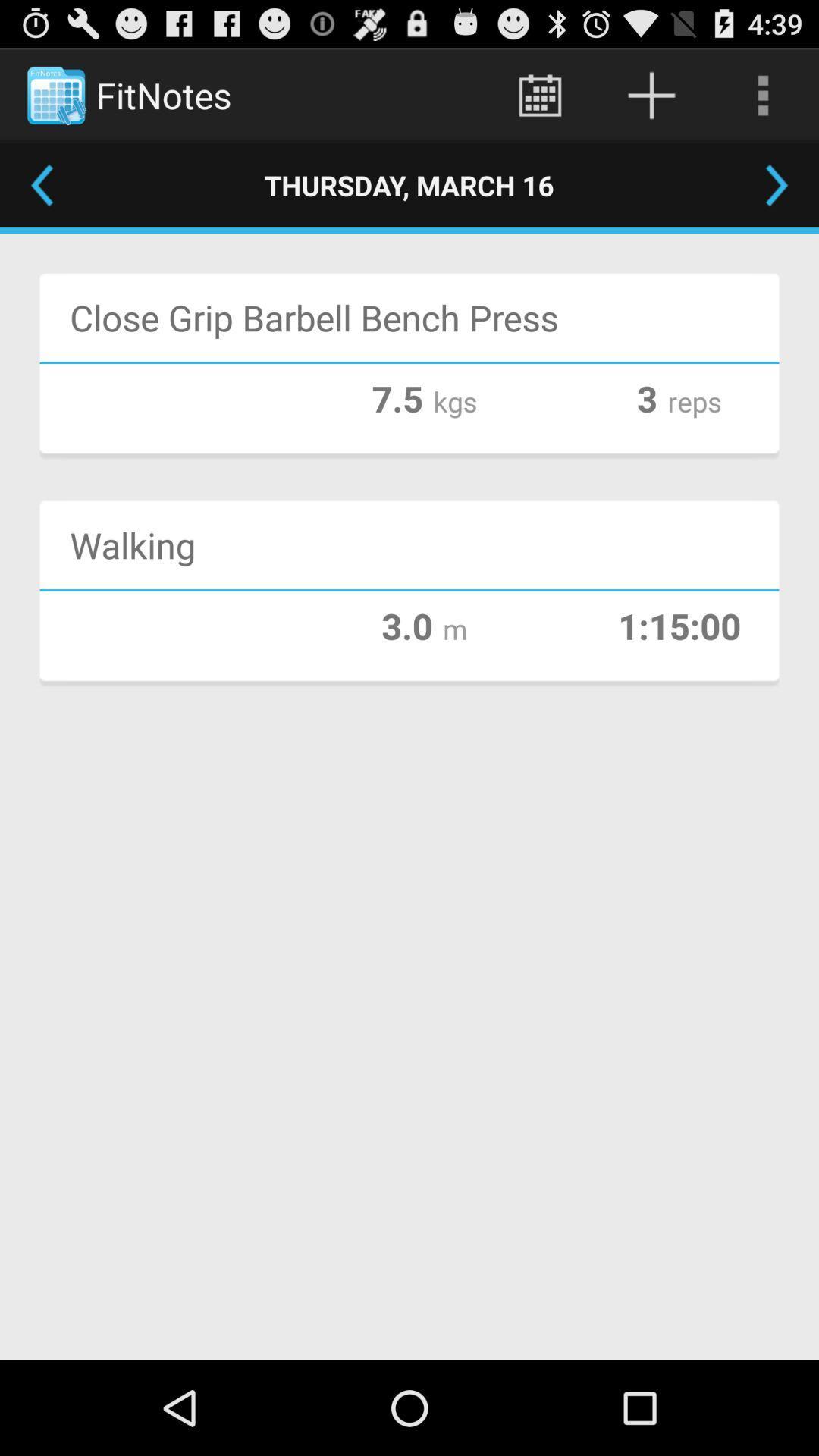  What do you see at coordinates (777, 197) in the screenshot?
I see `the arrow_forward icon` at bounding box center [777, 197].